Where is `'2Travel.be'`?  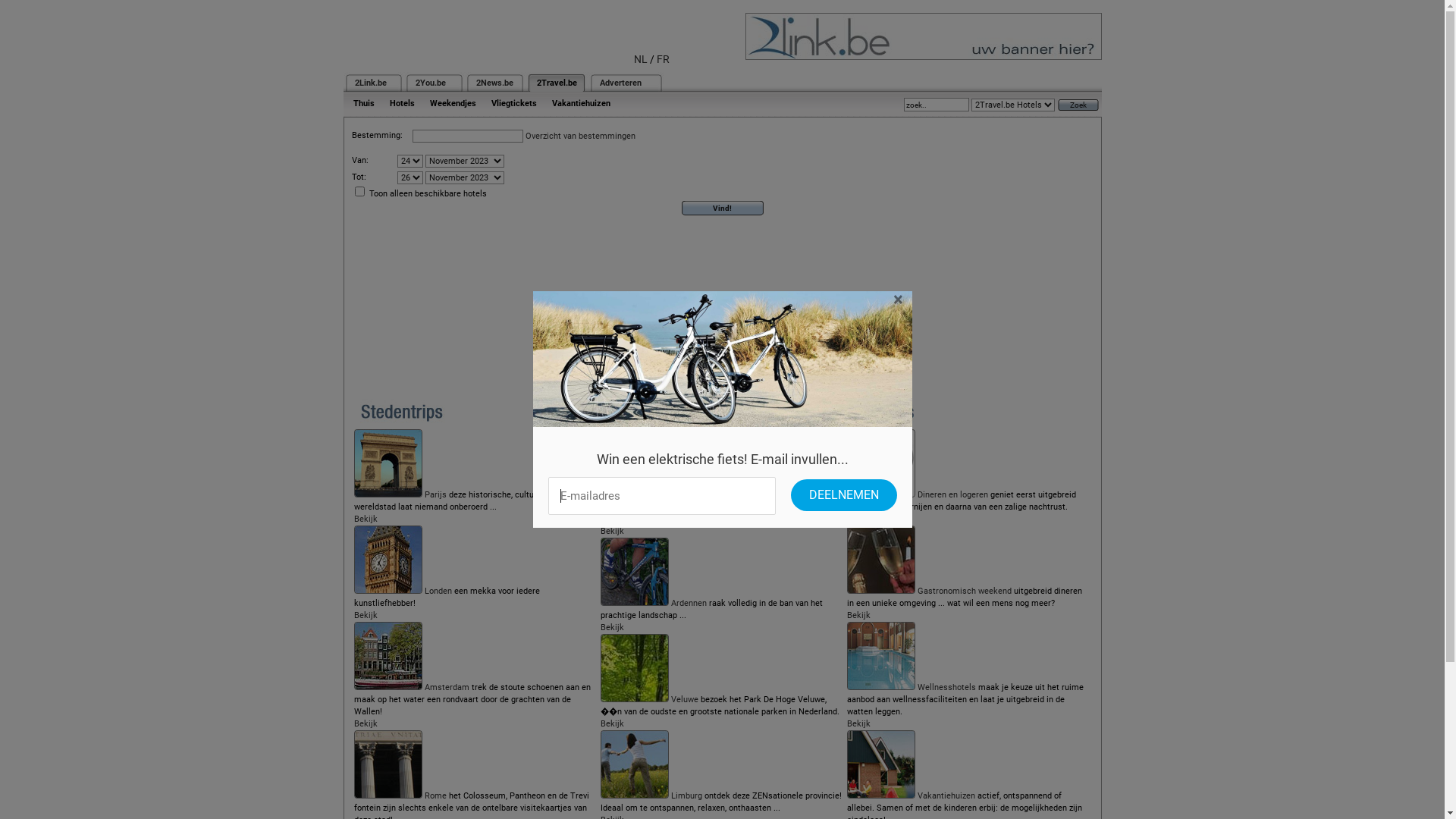 '2Travel.be' is located at coordinates (537, 83).